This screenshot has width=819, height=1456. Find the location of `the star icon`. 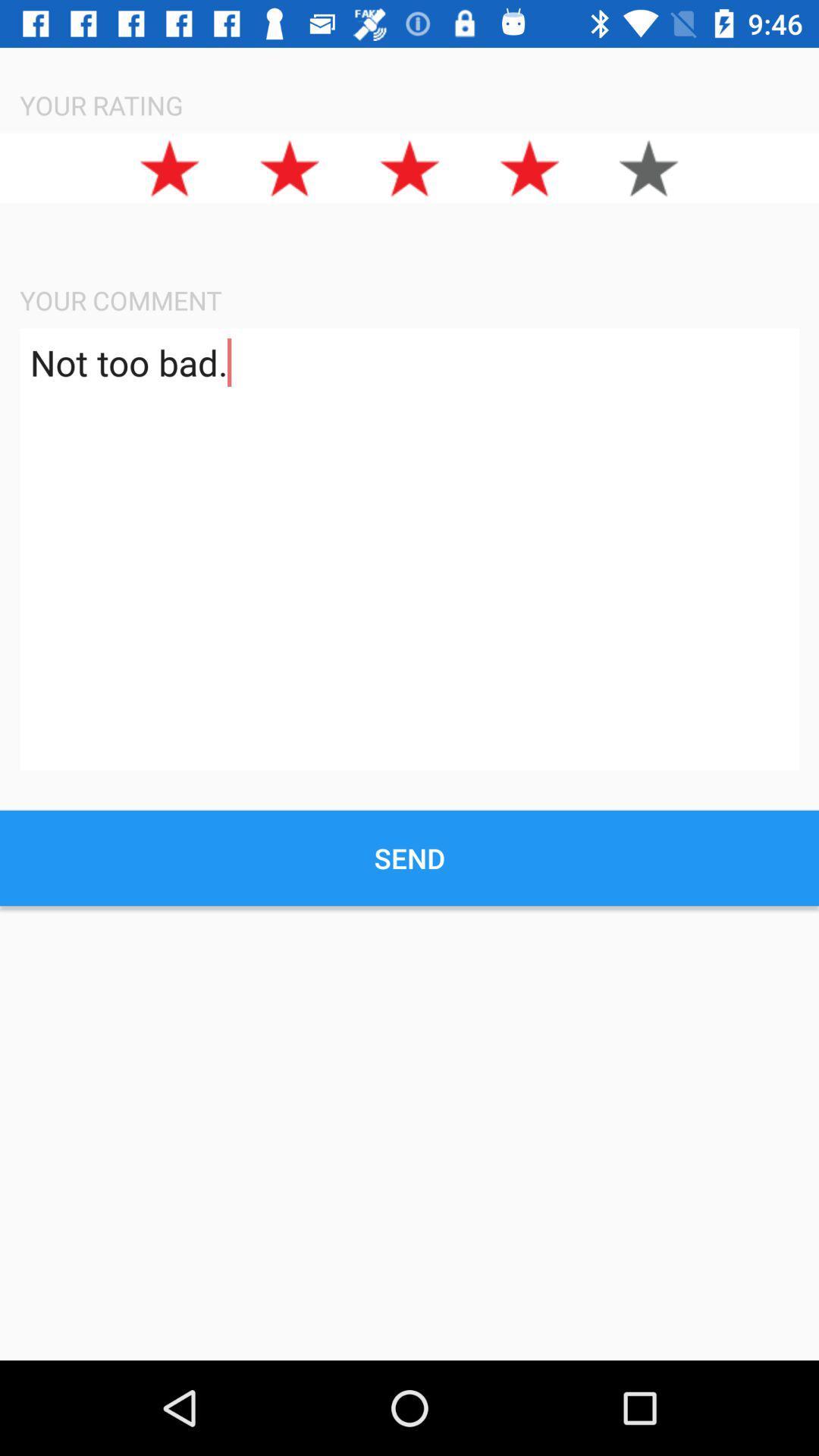

the star icon is located at coordinates (169, 168).